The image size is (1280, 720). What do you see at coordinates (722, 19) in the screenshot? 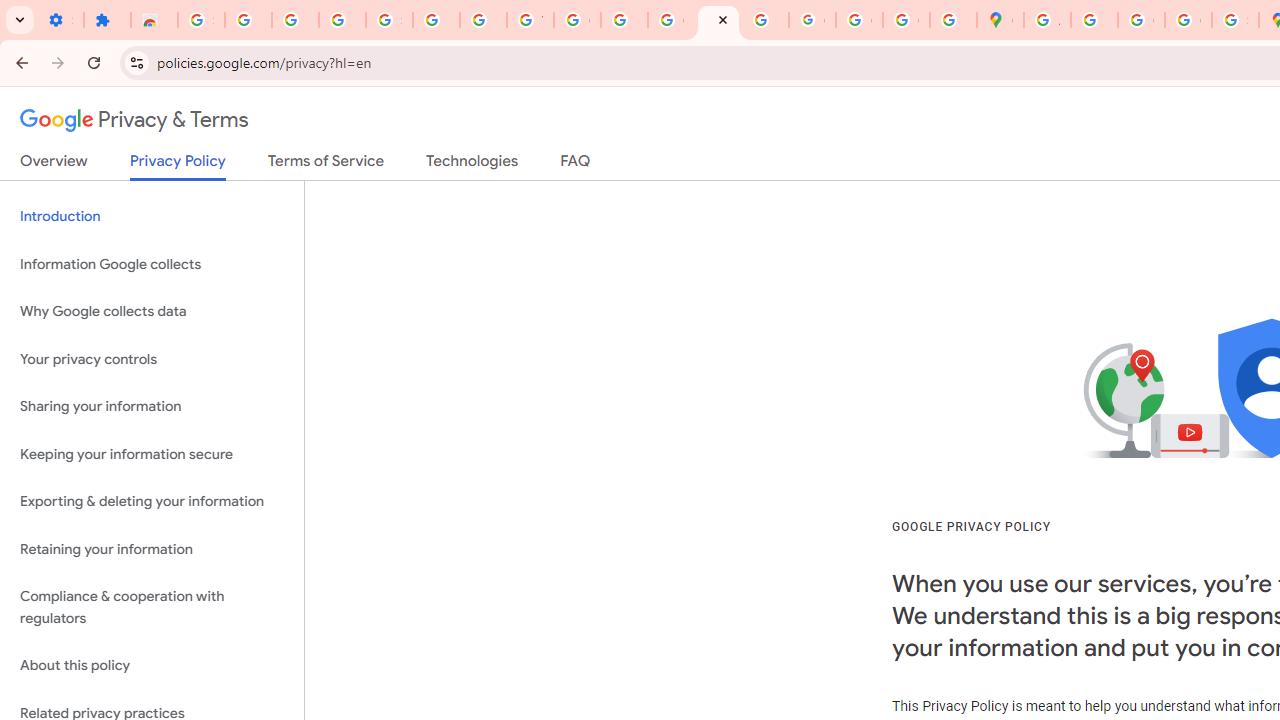
I see `'Close'` at bounding box center [722, 19].